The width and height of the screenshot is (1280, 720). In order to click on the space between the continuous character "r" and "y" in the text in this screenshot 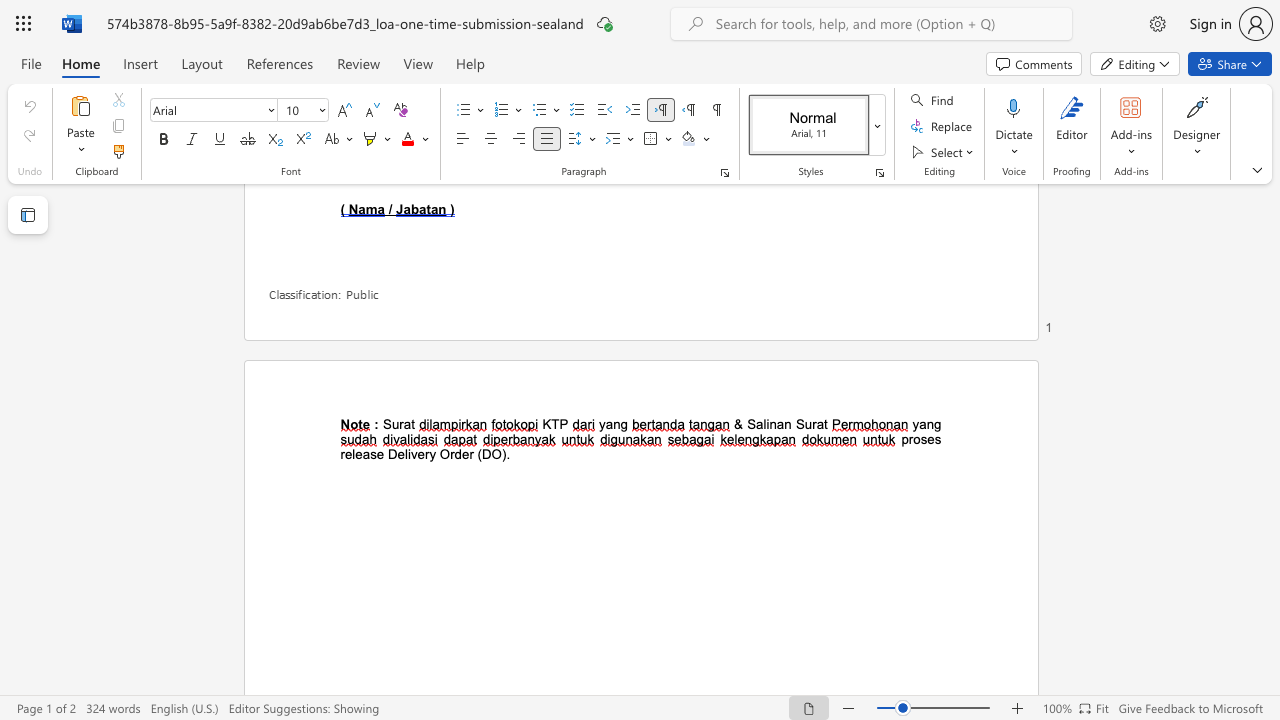, I will do `click(428, 454)`.